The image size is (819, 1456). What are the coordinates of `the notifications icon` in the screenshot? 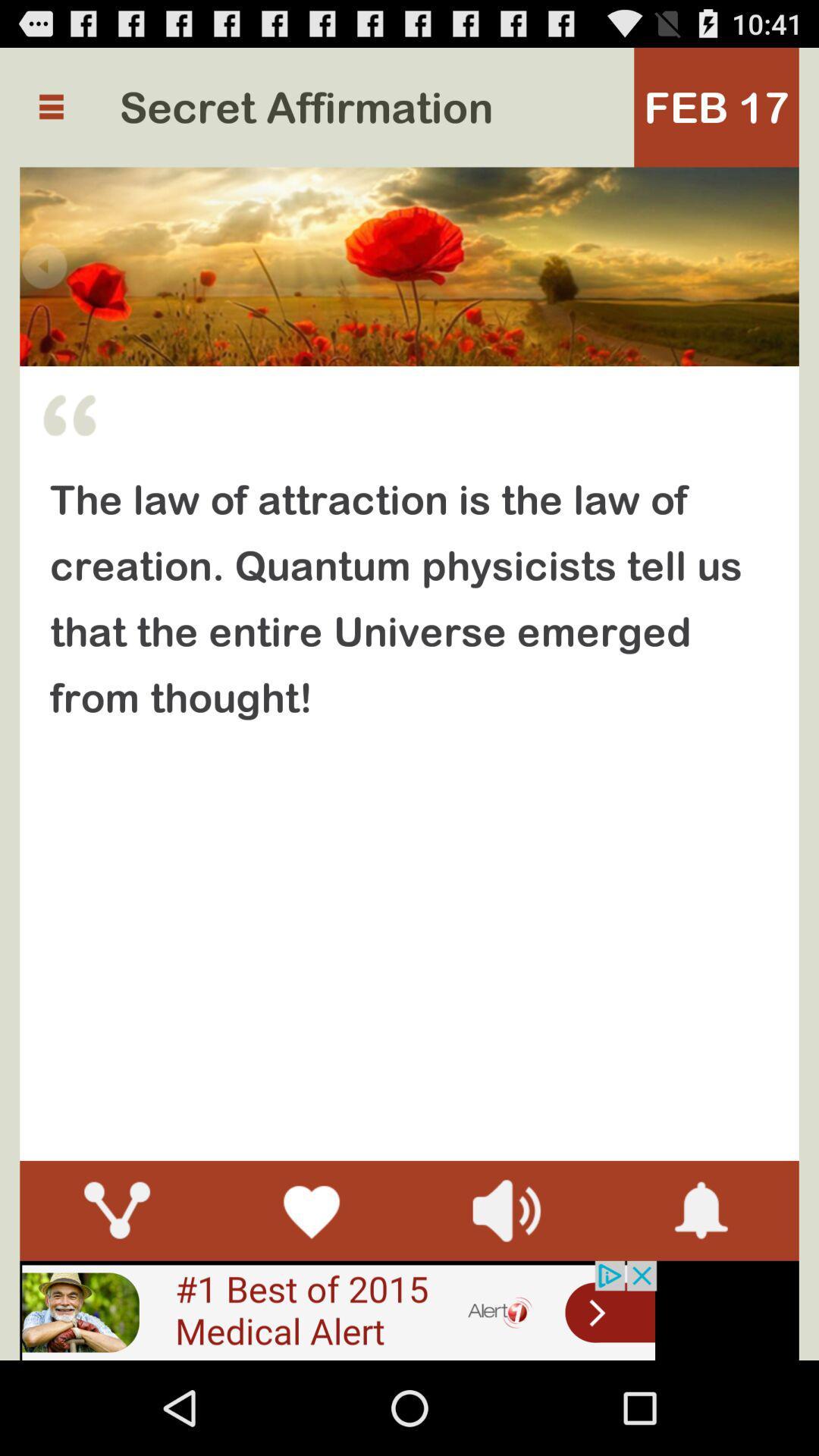 It's located at (701, 1294).